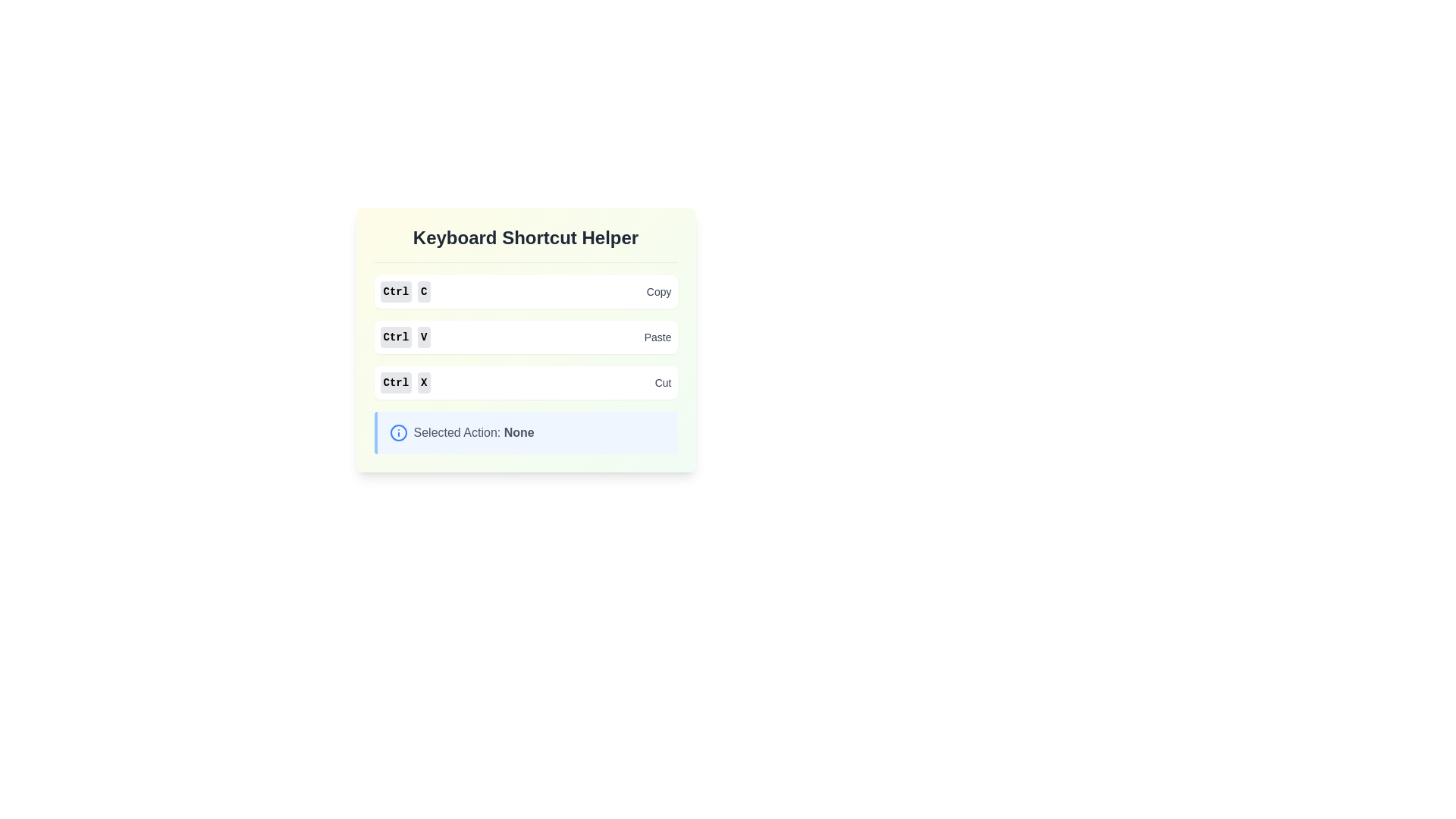  Describe the element at coordinates (659, 292) in the screenshot. I see `the 'Copy' text label, which is displayed in a simple gray font and is positioned towards the end of a row, separated from 'Ctrl' and 'C'` at that location.